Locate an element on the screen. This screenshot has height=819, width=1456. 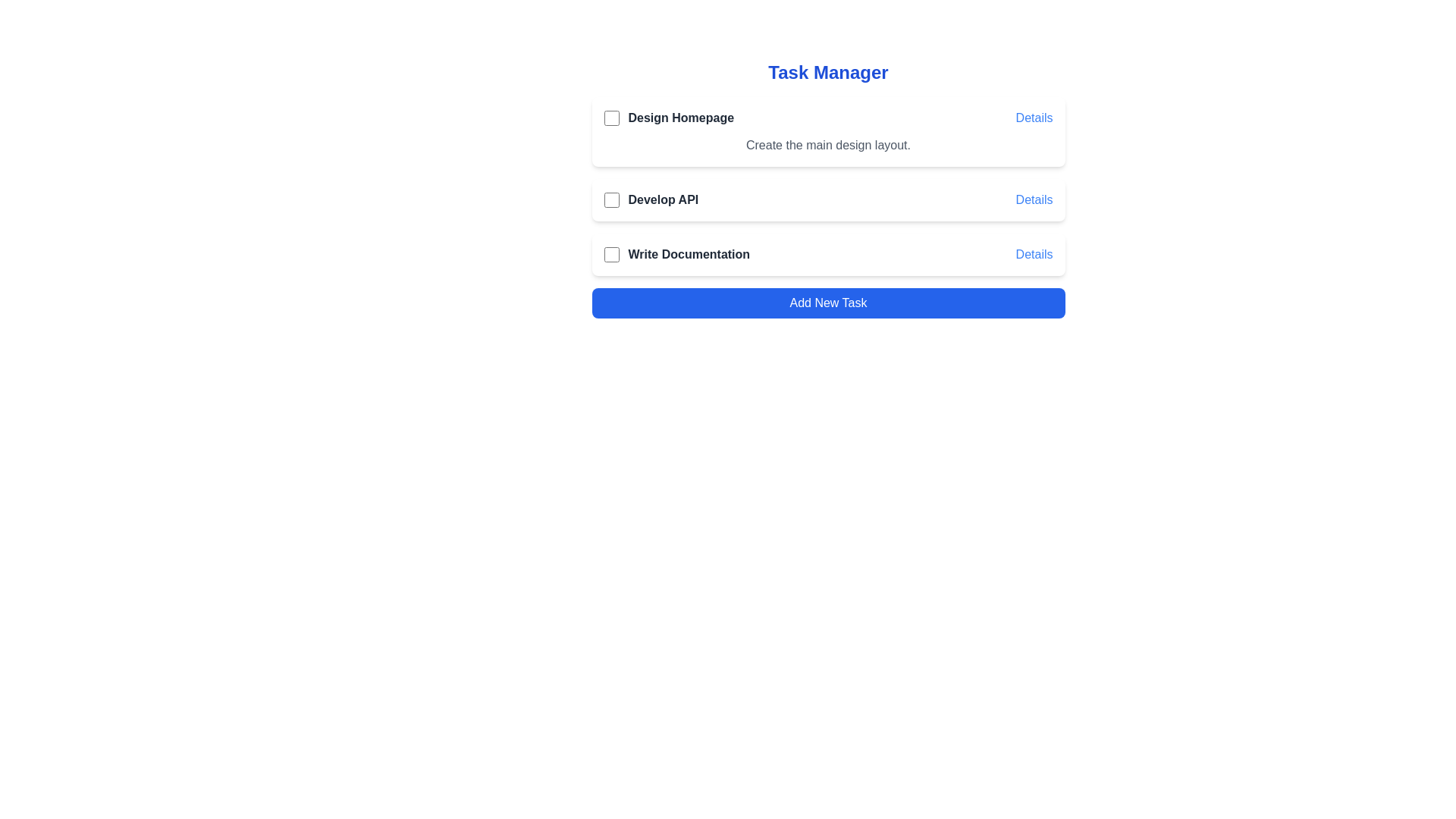
the 'Add New Task' button to initiate adding a new task is located at coordinates (827, 303).